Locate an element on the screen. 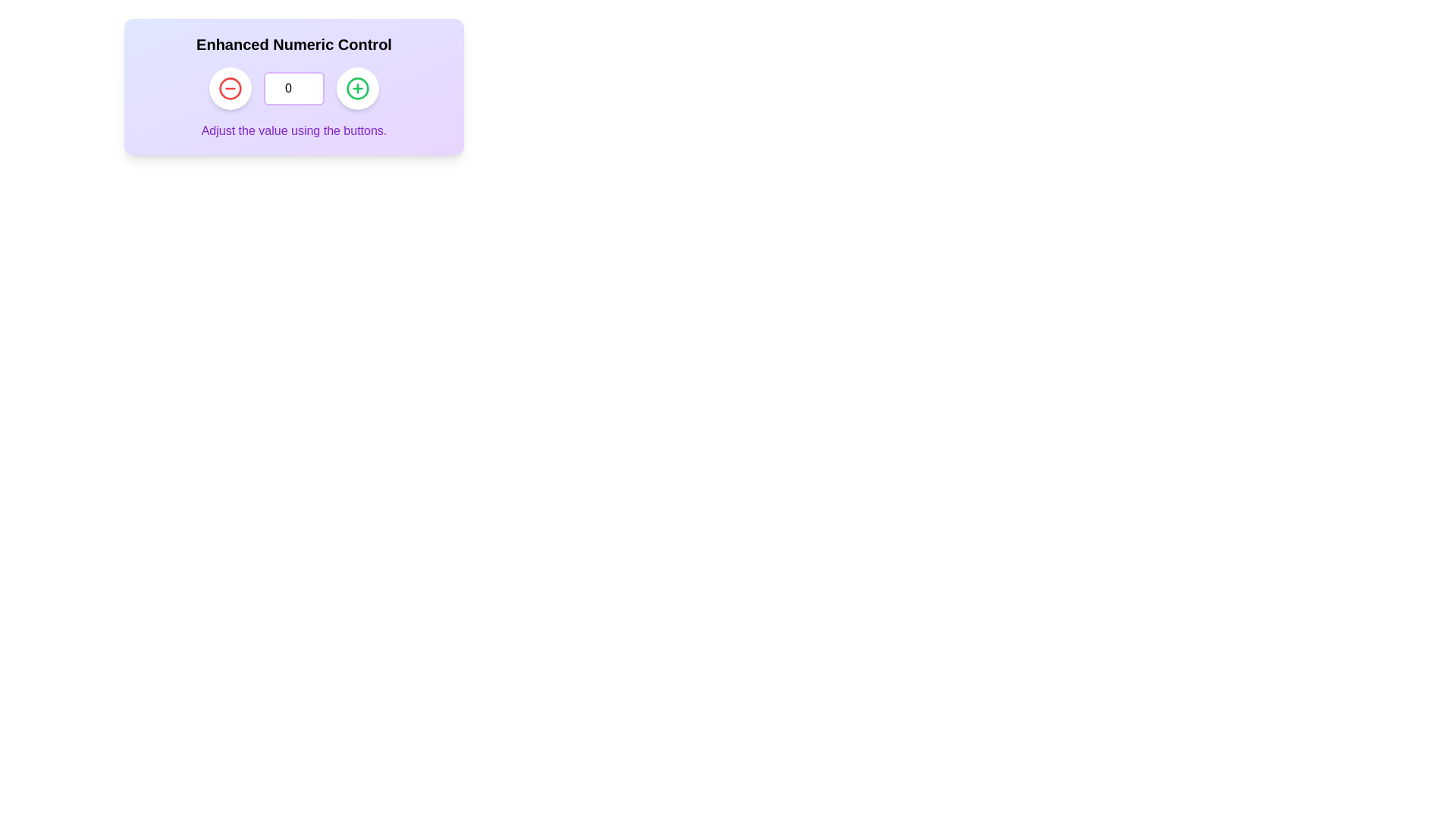 Image resolution: width=1456 pixels, height=819 pixels. the increment button, which is the third interactive component in the horizontal arrangement for adjusting a numeric value is located at coordinates (356, 88).